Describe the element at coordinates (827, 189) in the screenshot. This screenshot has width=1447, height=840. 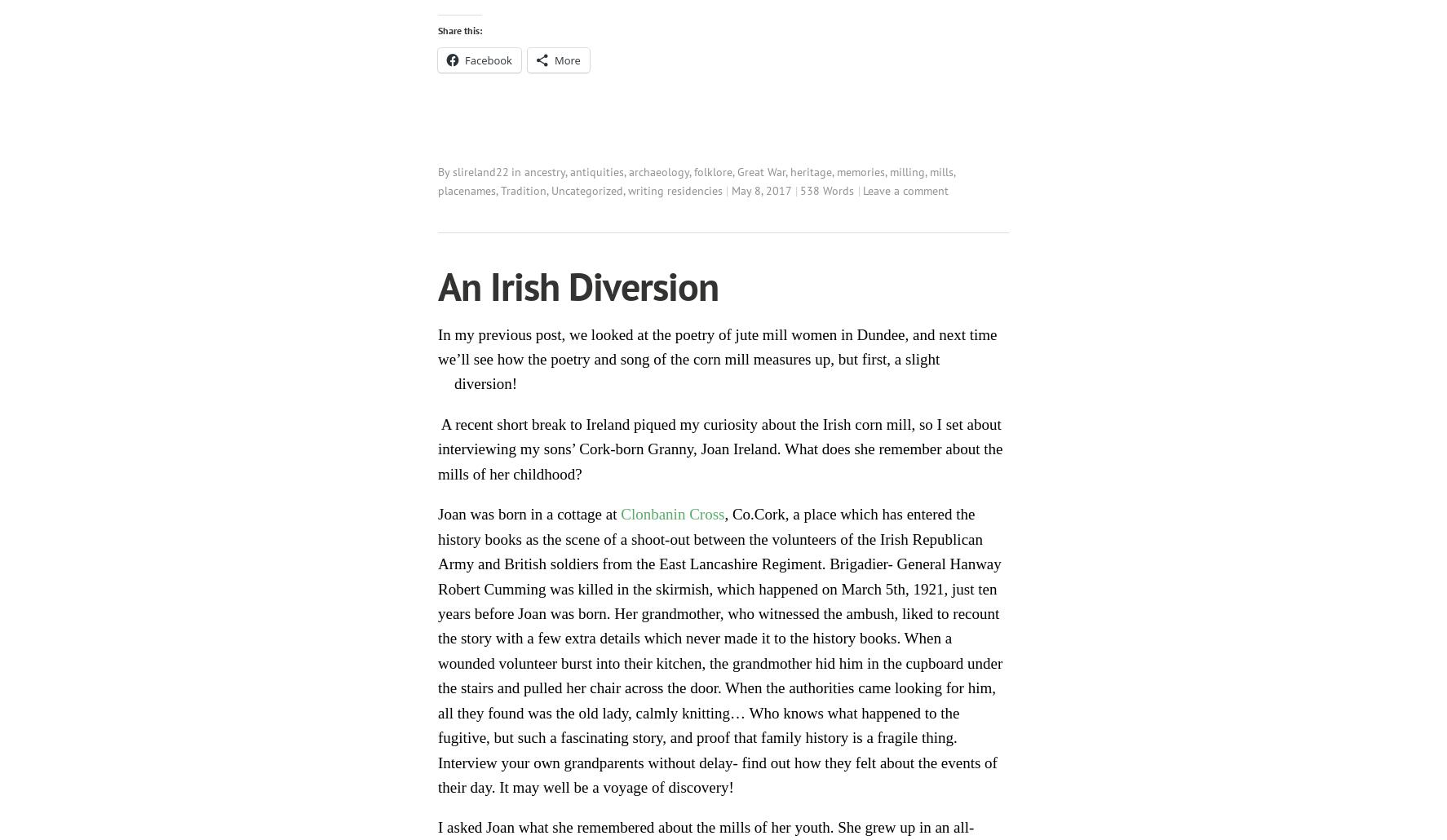
I see `'538 Words'` at that location.